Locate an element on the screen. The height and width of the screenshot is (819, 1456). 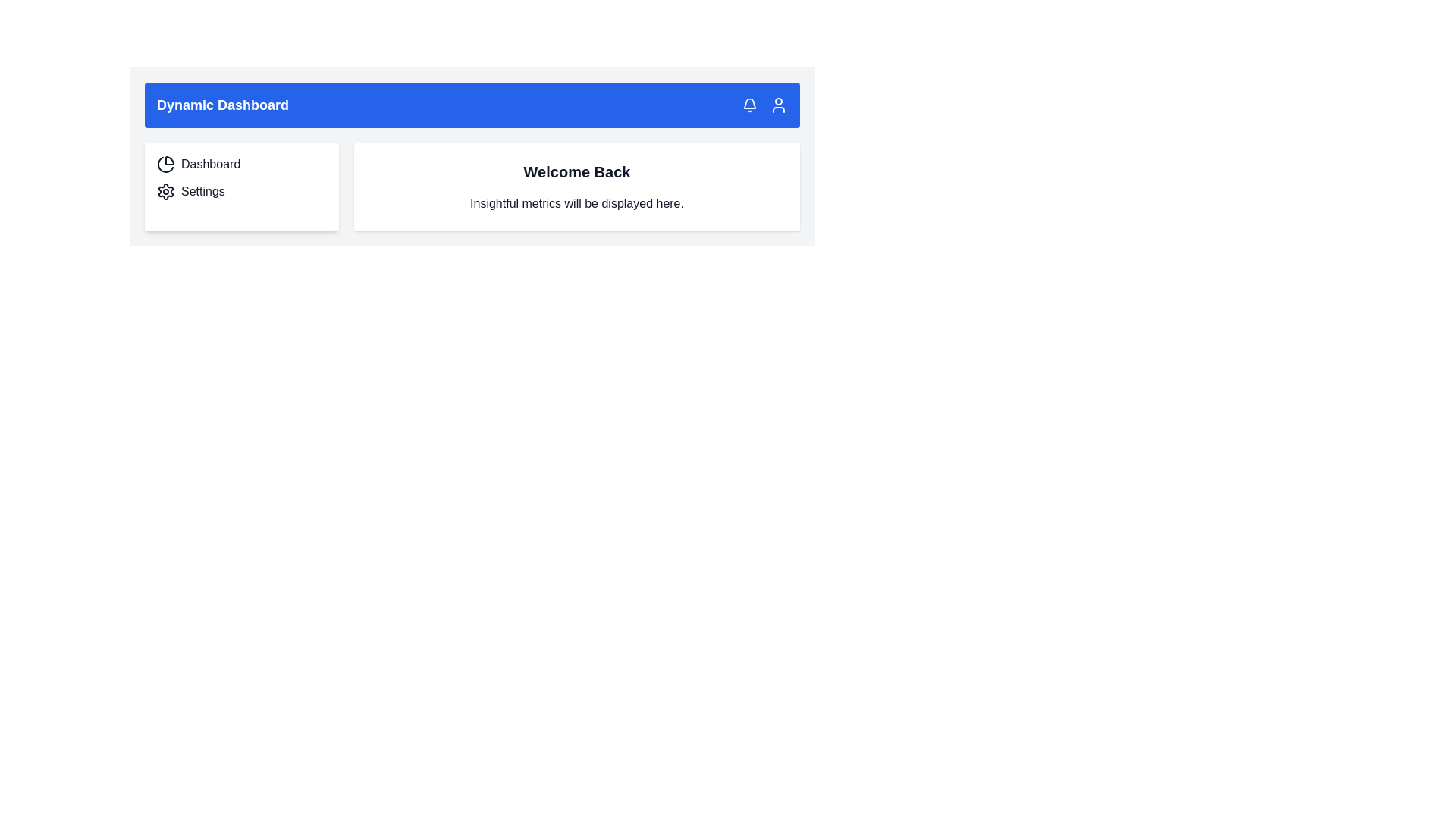
the navigation button located at the top of the vertical navigation bar on the leftmost column is located at coordinates (240, 164).